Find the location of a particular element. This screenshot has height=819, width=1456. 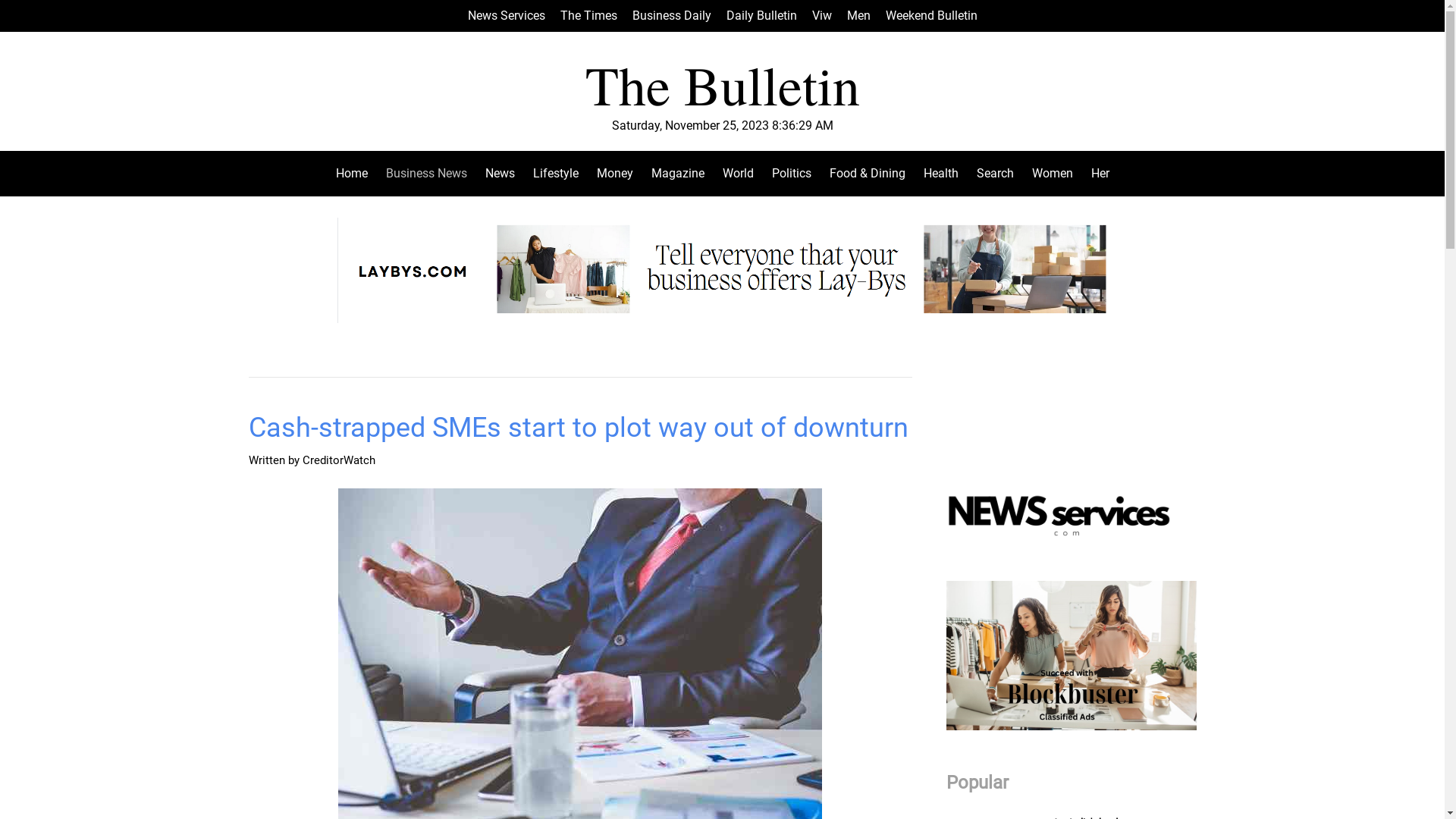

'News Services' is located at coordinates (506, 15).